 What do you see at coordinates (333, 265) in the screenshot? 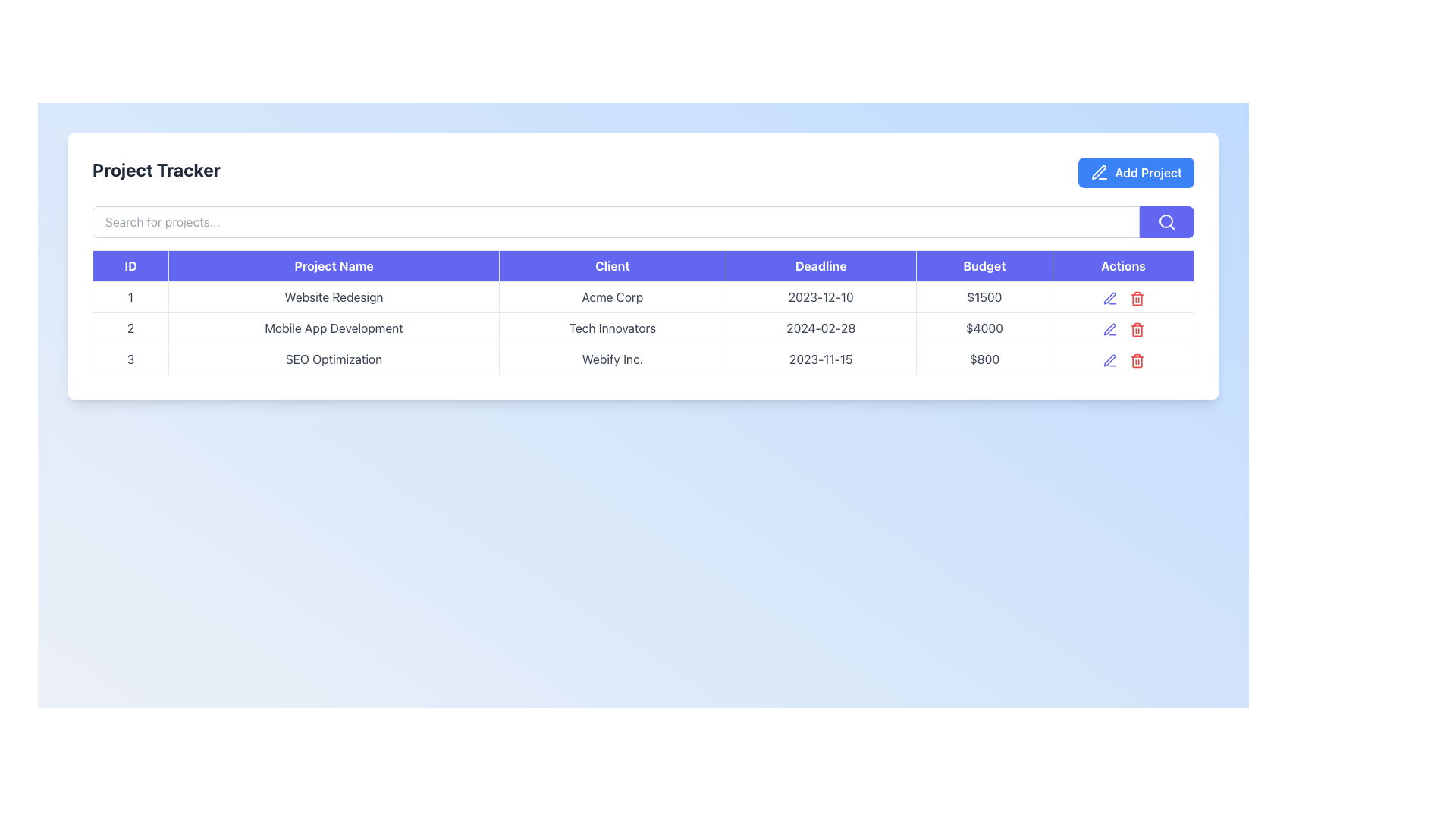
I see `the 'Project Name' column header of the table, which is the second column header positioned between 'ID' and 'Client'` at bounding box center [333, 265].